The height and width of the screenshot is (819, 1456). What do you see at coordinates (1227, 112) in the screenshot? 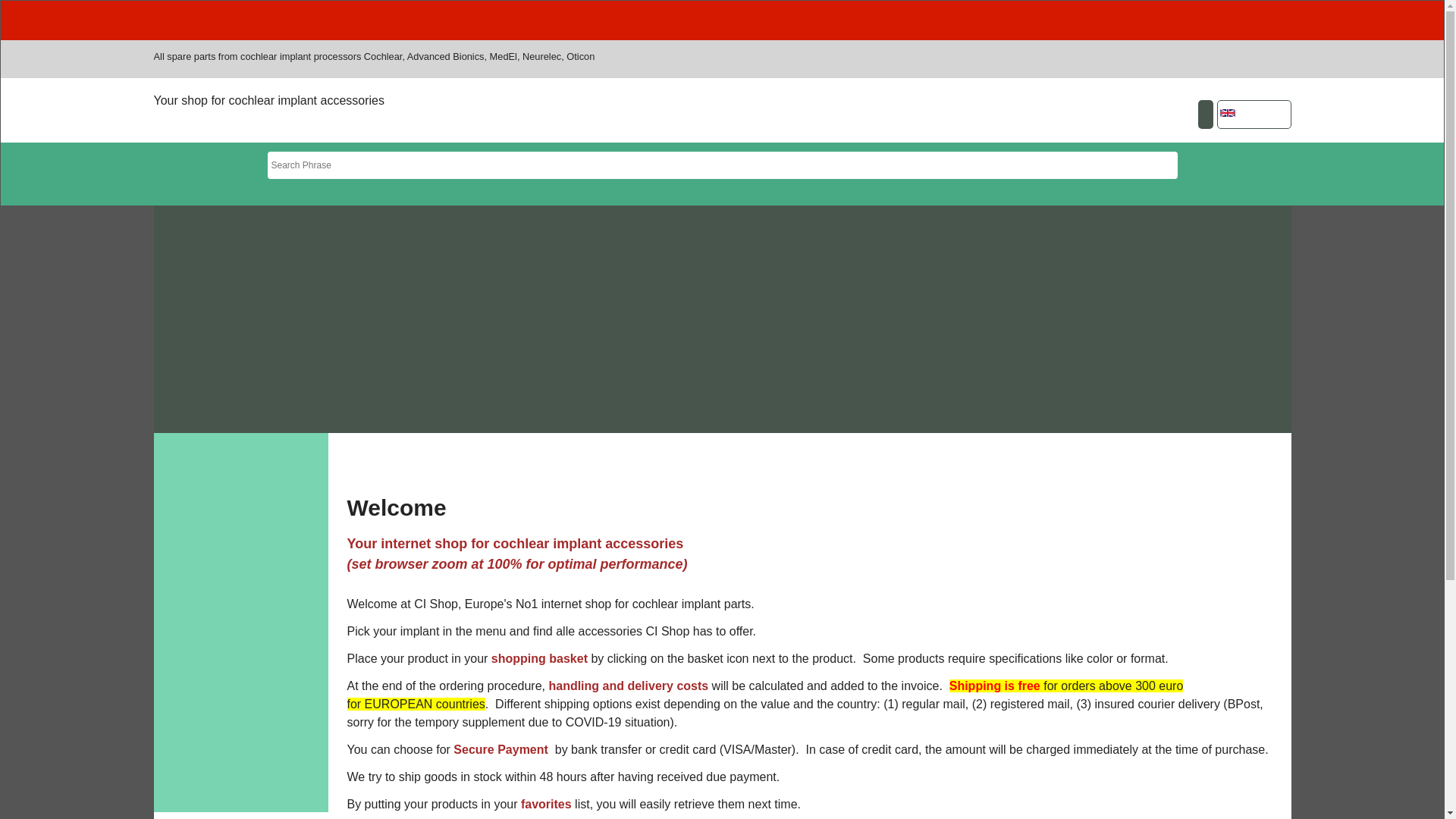
I see `'English'` at bounding box center [1227, 112].